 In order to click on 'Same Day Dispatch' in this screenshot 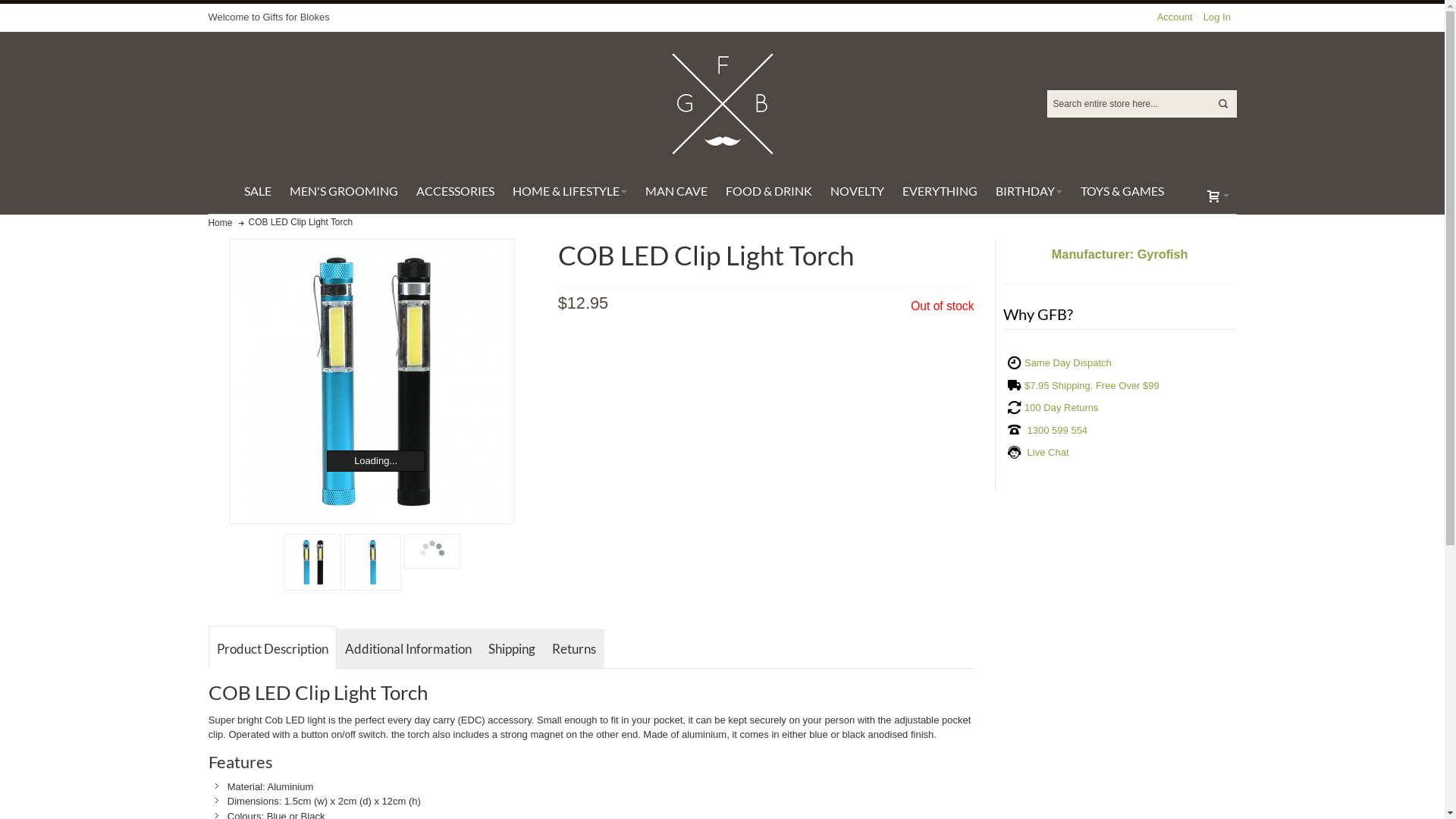, I will do `click(1024, 362)`.